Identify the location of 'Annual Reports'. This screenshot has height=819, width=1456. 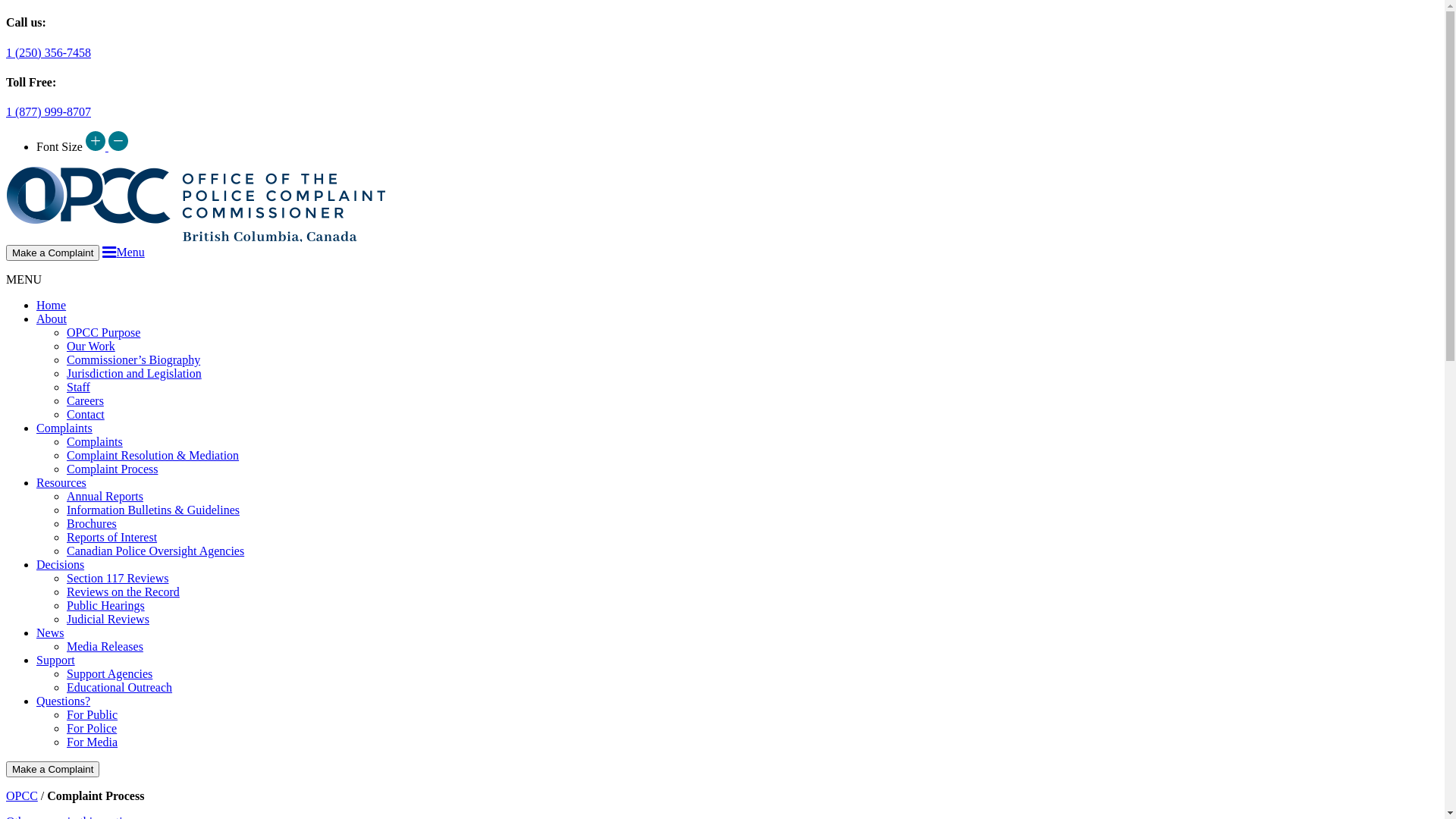
(65, 496).